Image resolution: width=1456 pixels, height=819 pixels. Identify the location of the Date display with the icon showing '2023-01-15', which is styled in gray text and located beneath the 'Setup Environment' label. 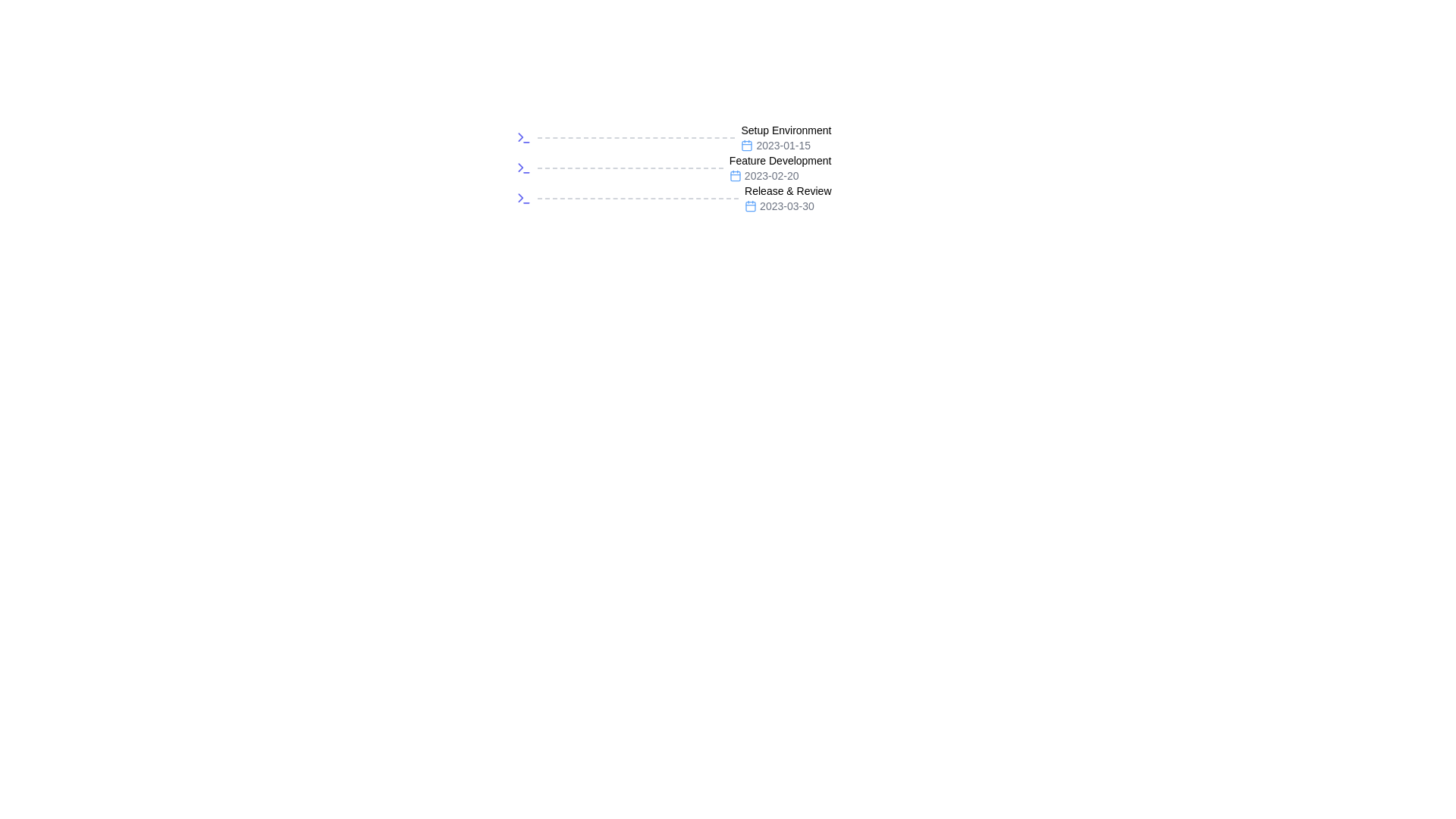
(786, 146).